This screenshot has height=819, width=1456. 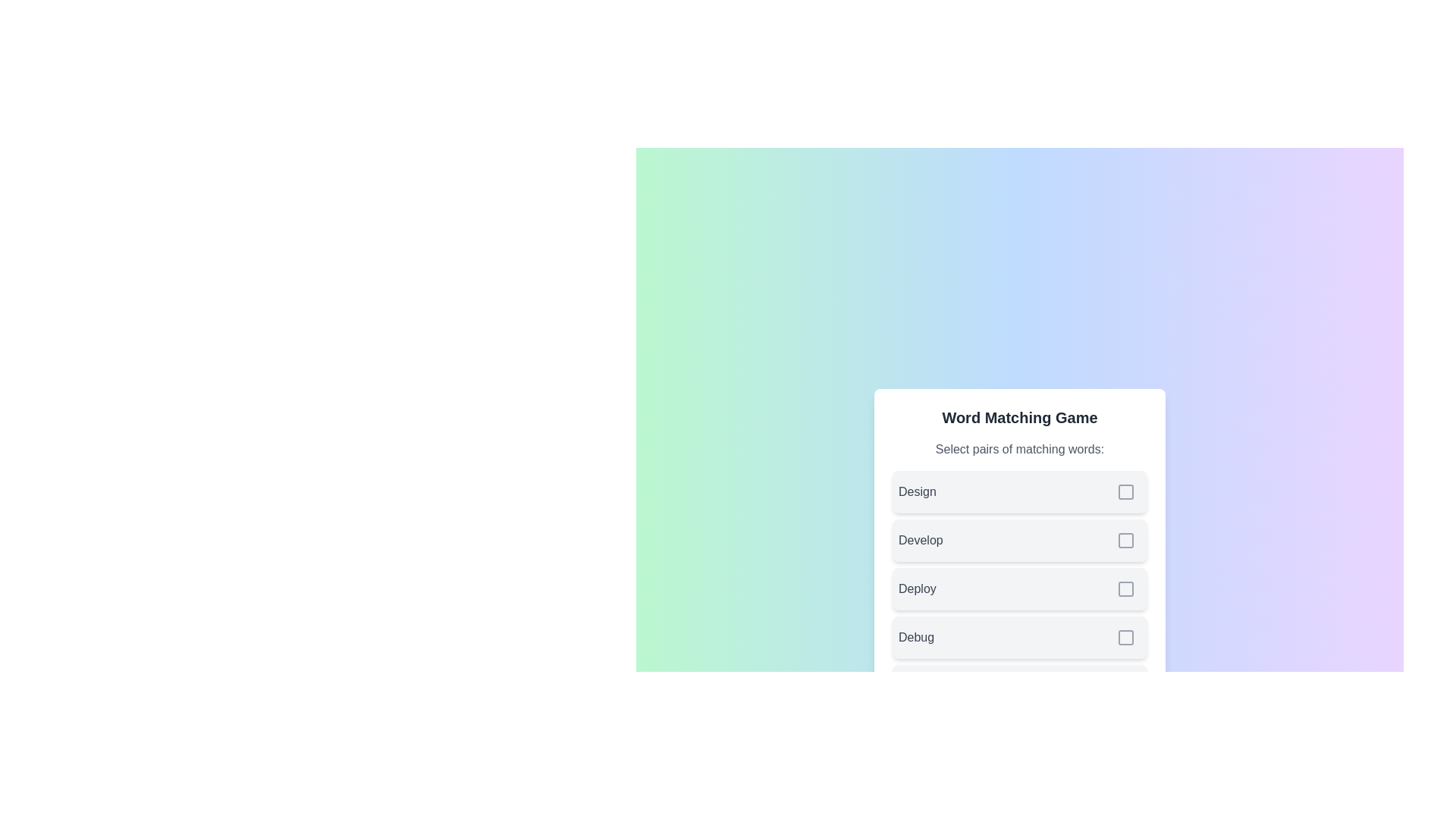 What do you see at coordinates (1125, 540) in the screenshot?
I see `the checkbox corresponding to the word Develop` at bounding box center [1125, 540].